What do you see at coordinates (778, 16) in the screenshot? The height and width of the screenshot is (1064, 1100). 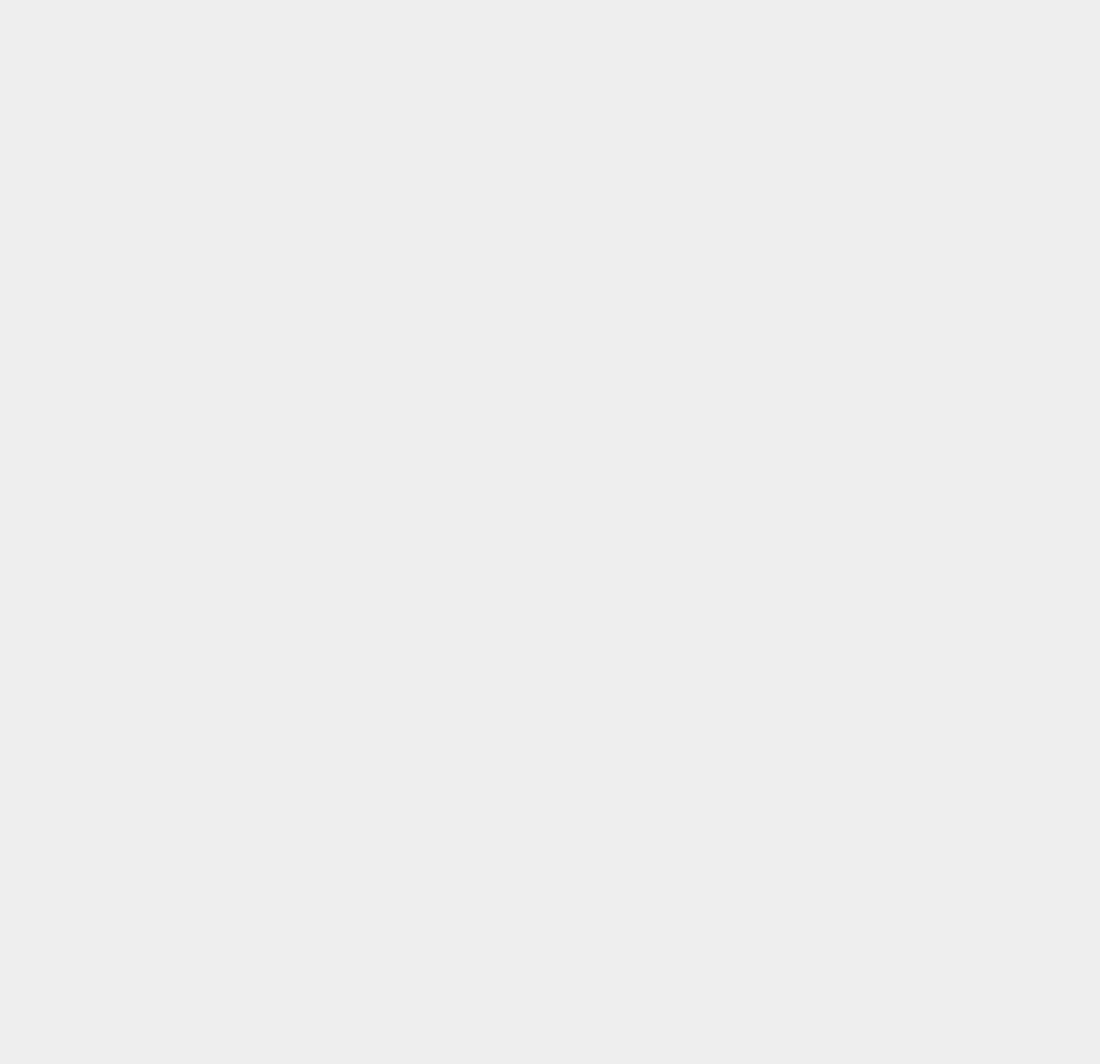 I see `'eSignature'` at bounding box center [778, 16].